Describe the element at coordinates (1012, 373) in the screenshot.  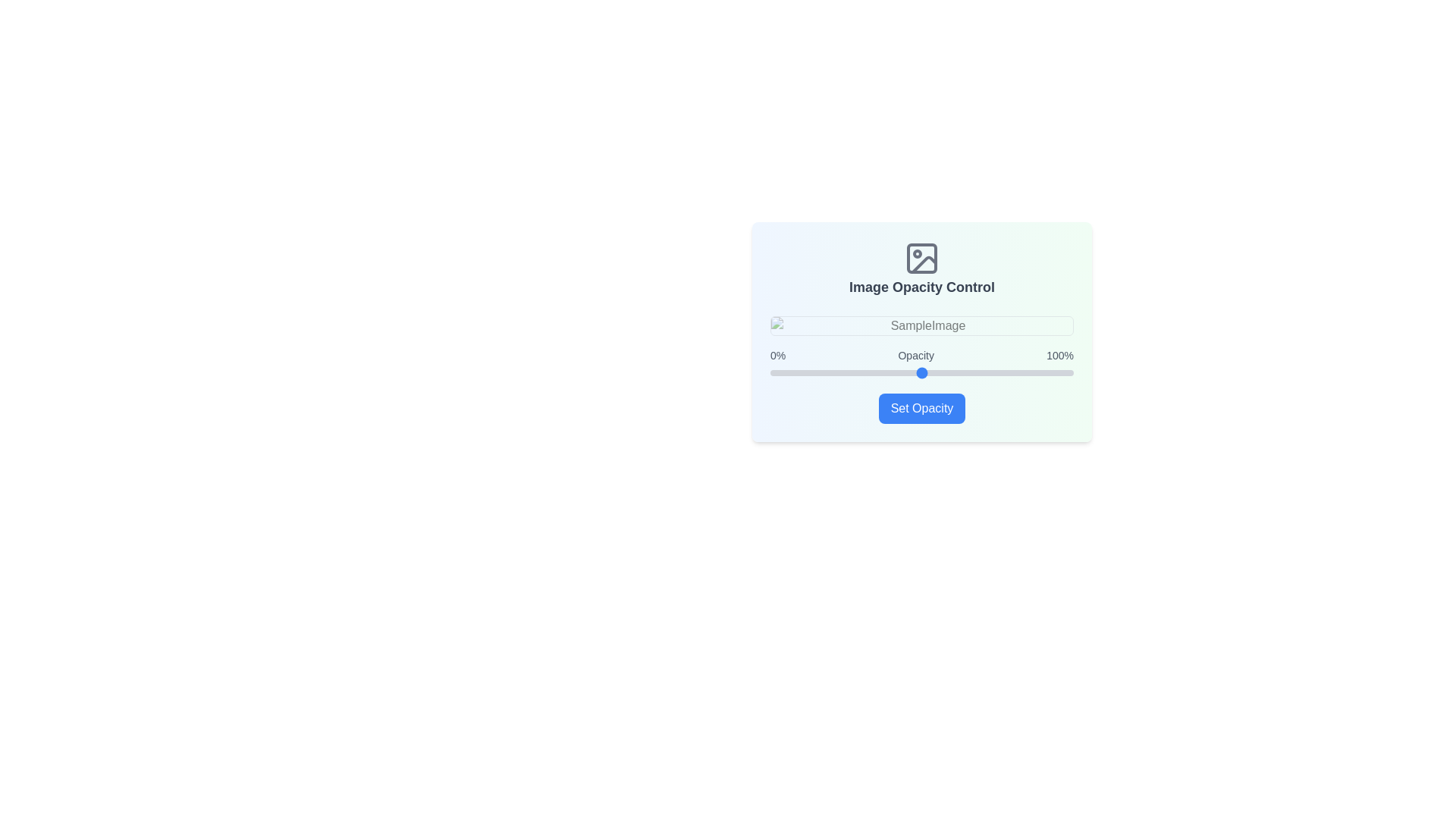
I see `the opacity slider to set the opacity to 80%` at that location.